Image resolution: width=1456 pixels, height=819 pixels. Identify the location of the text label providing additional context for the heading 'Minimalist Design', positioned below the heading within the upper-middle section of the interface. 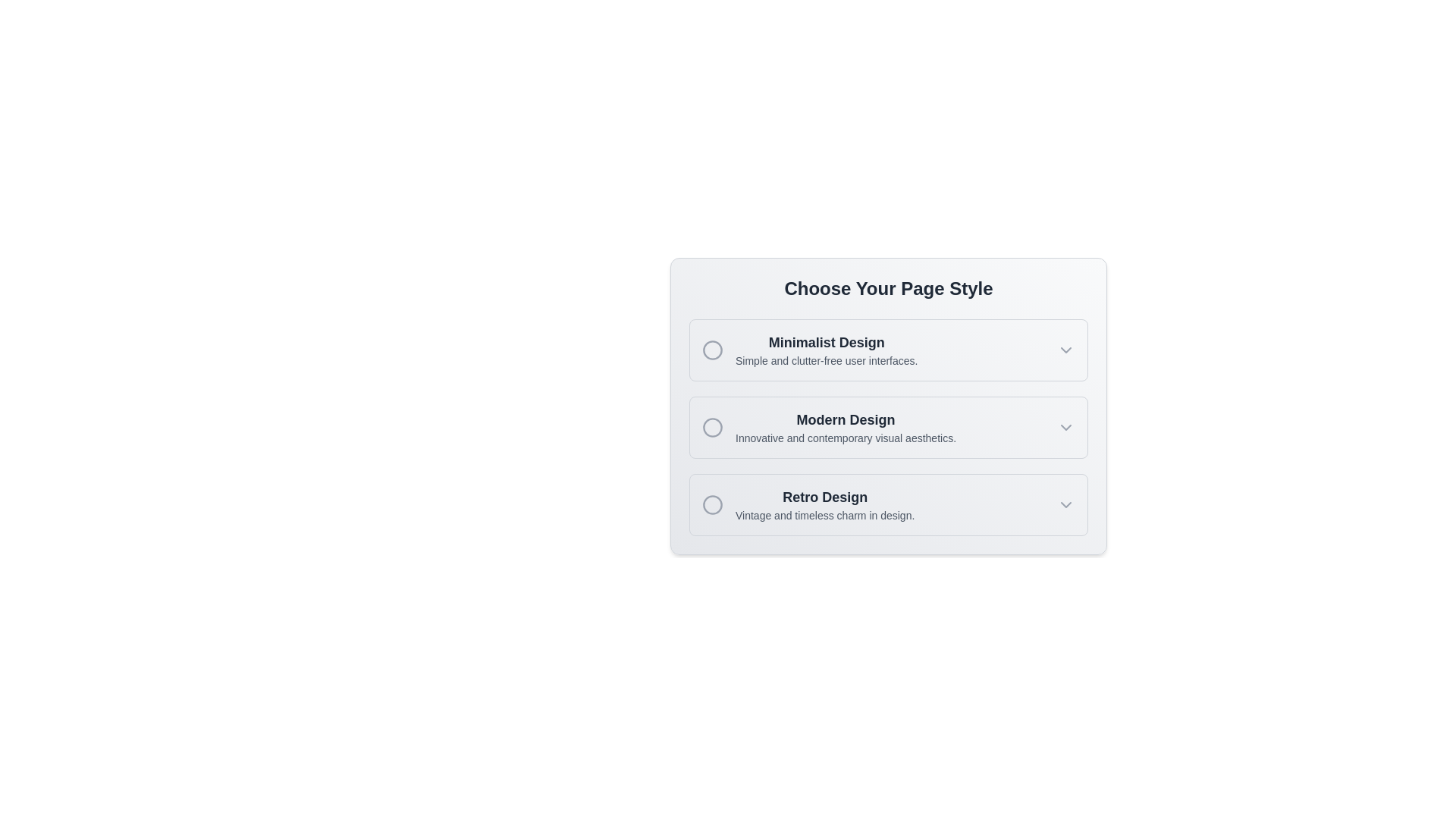
(826, 360).